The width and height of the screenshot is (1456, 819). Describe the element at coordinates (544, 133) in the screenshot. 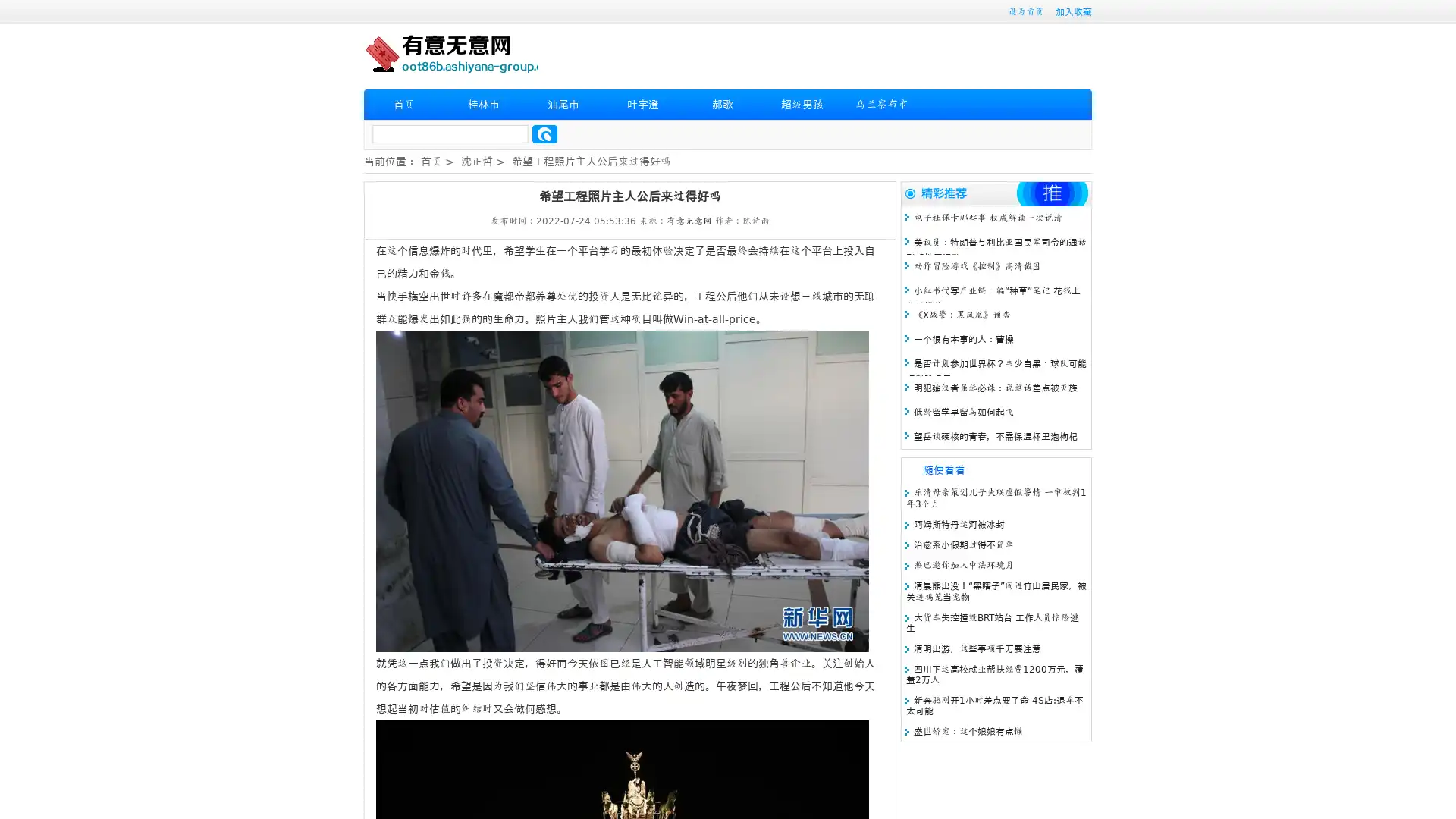

I see `Search` at that location.